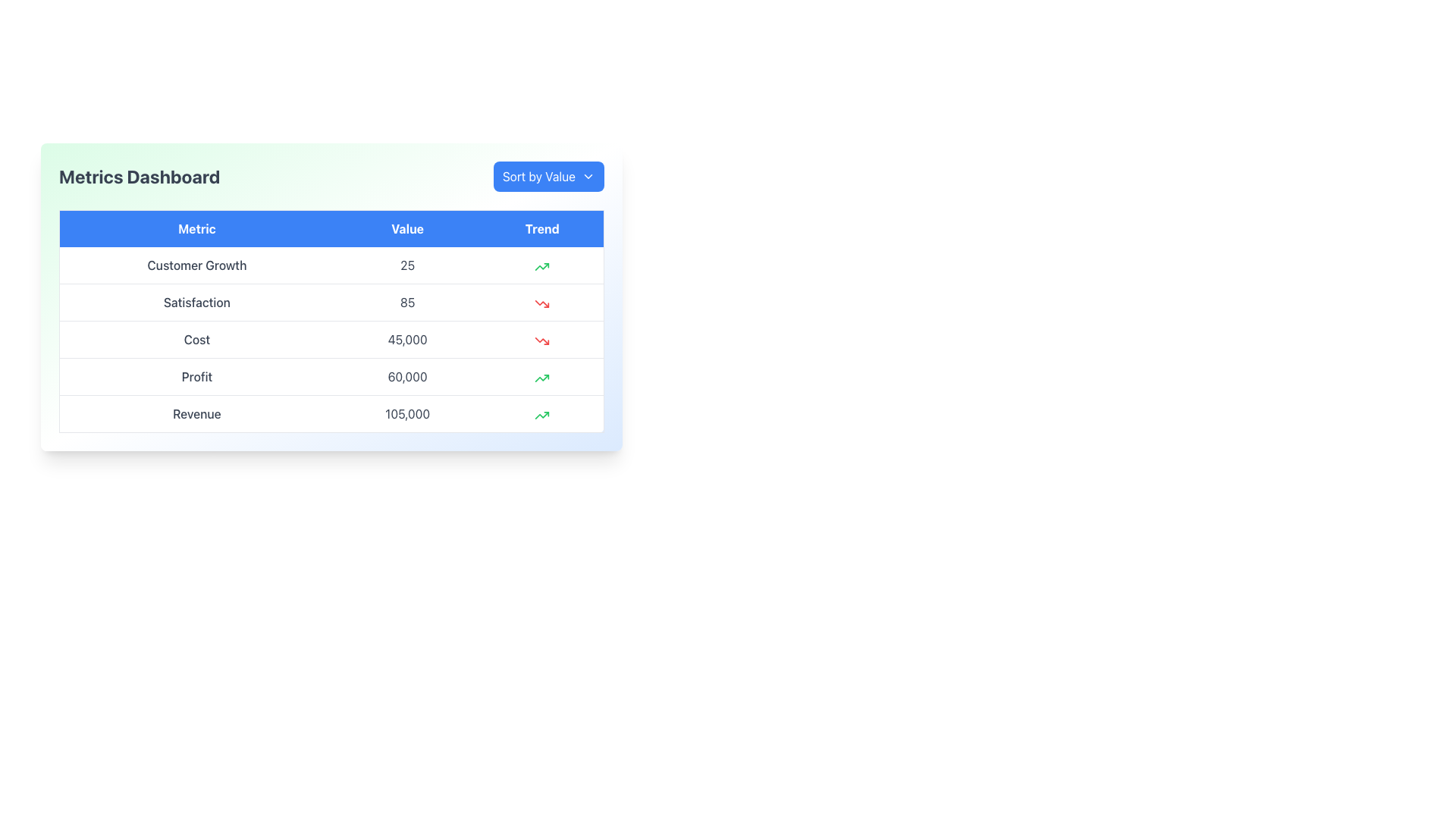 The width and height of the screenshot is (1456, 819). Describe the element at coordinates (140, 175) in the screenshot. I see `title text located at the top left of the dashboard interface, which identifies the current view, positioned above the tabular area and next to the 'Sort by Value' button` at that location.